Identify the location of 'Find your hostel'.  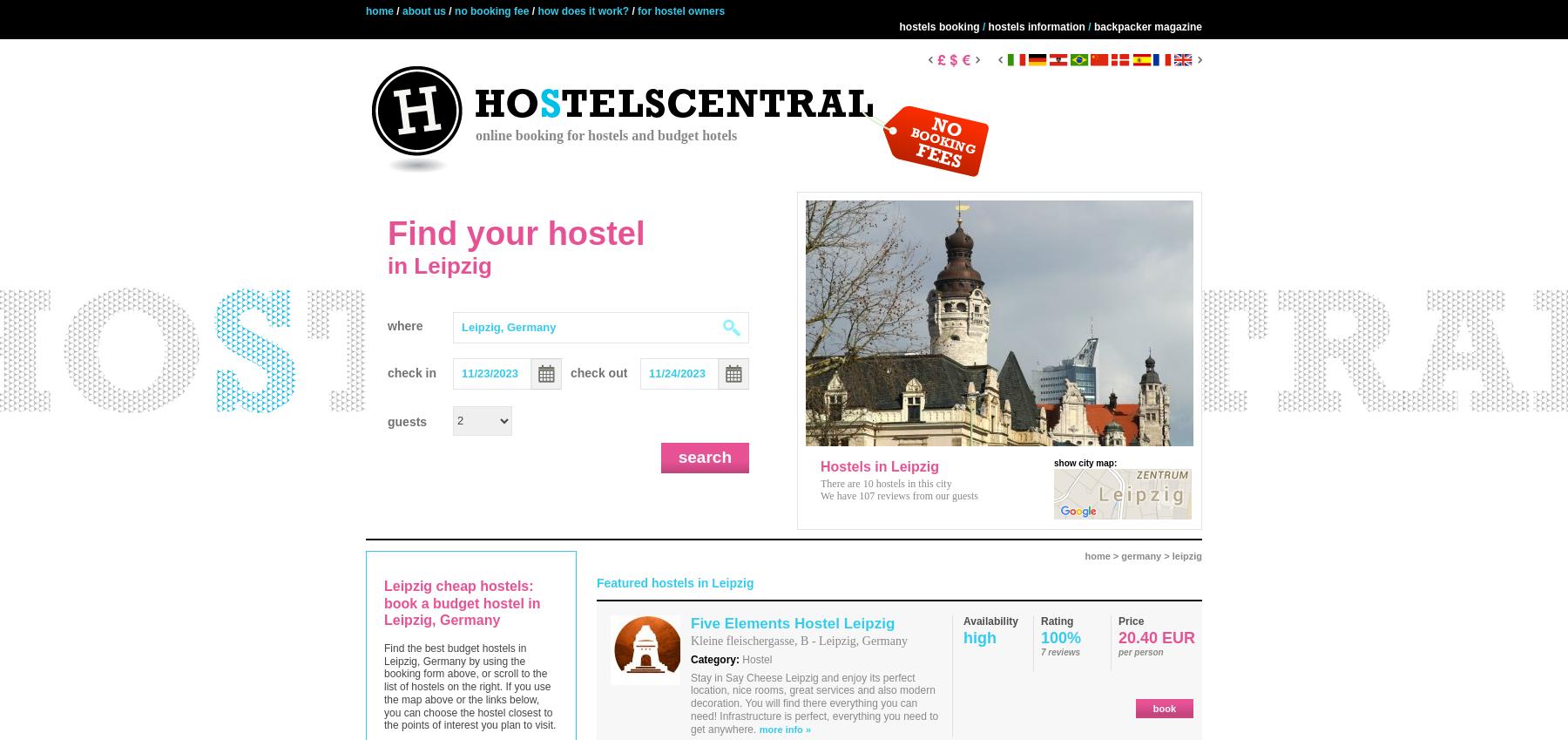
(516, 234).